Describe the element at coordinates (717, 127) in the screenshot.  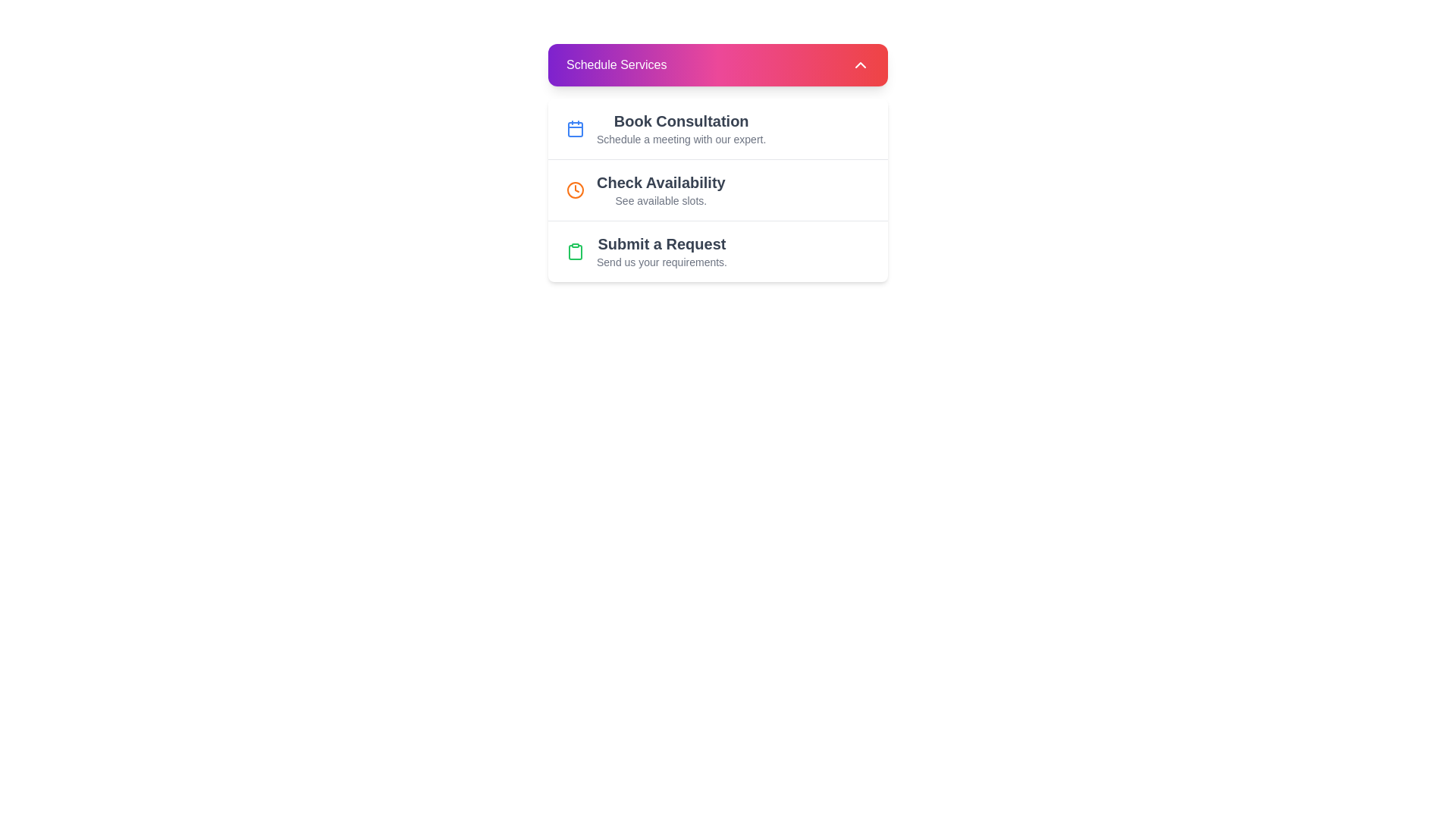
I see `the first list item labeled 'Book Consultation' which contains a blue calendar icon and larger bold text to reveal further actions` at that location.